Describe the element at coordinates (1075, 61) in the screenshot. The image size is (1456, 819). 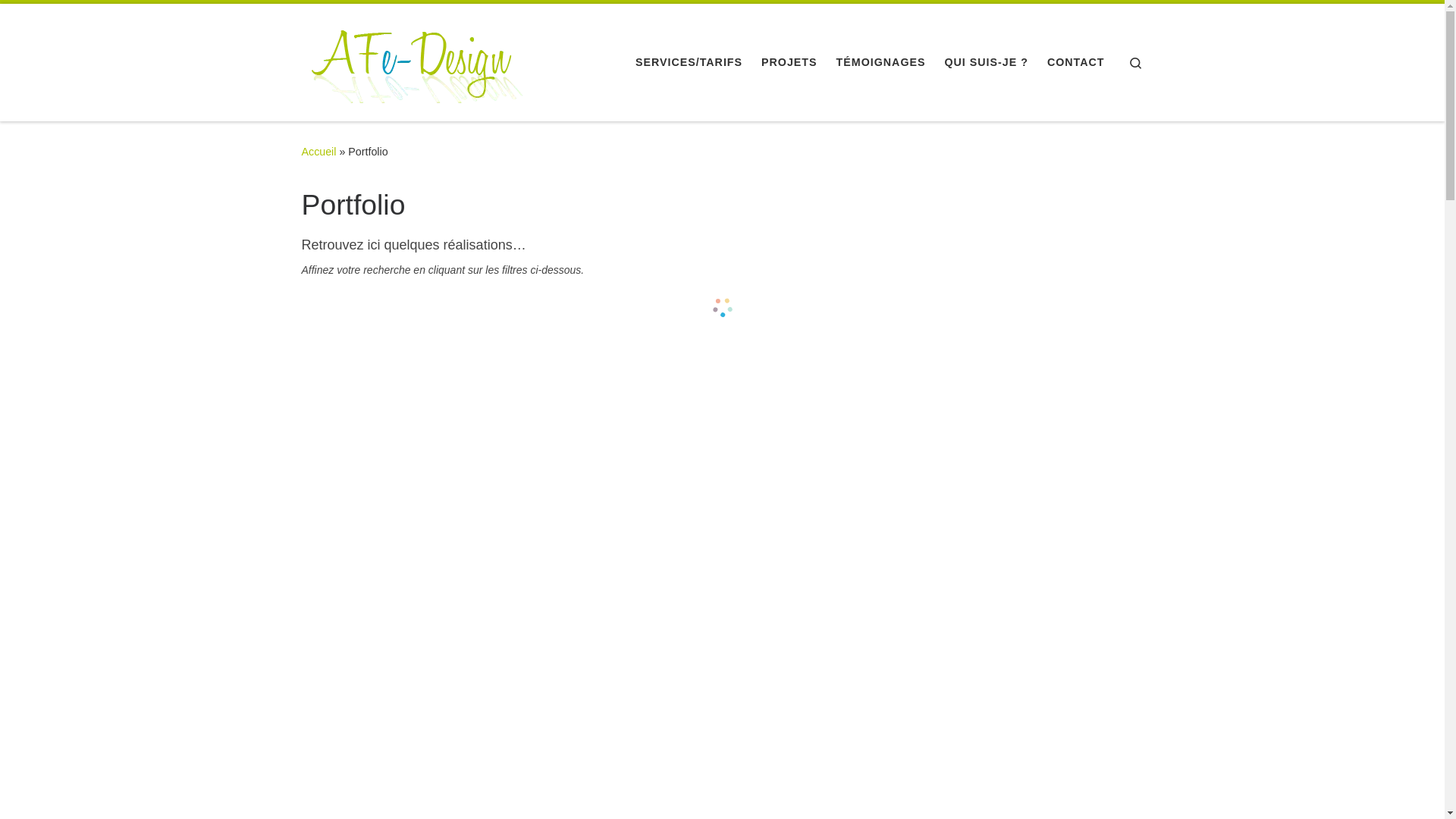
I see `'CONTACT'` at that location.